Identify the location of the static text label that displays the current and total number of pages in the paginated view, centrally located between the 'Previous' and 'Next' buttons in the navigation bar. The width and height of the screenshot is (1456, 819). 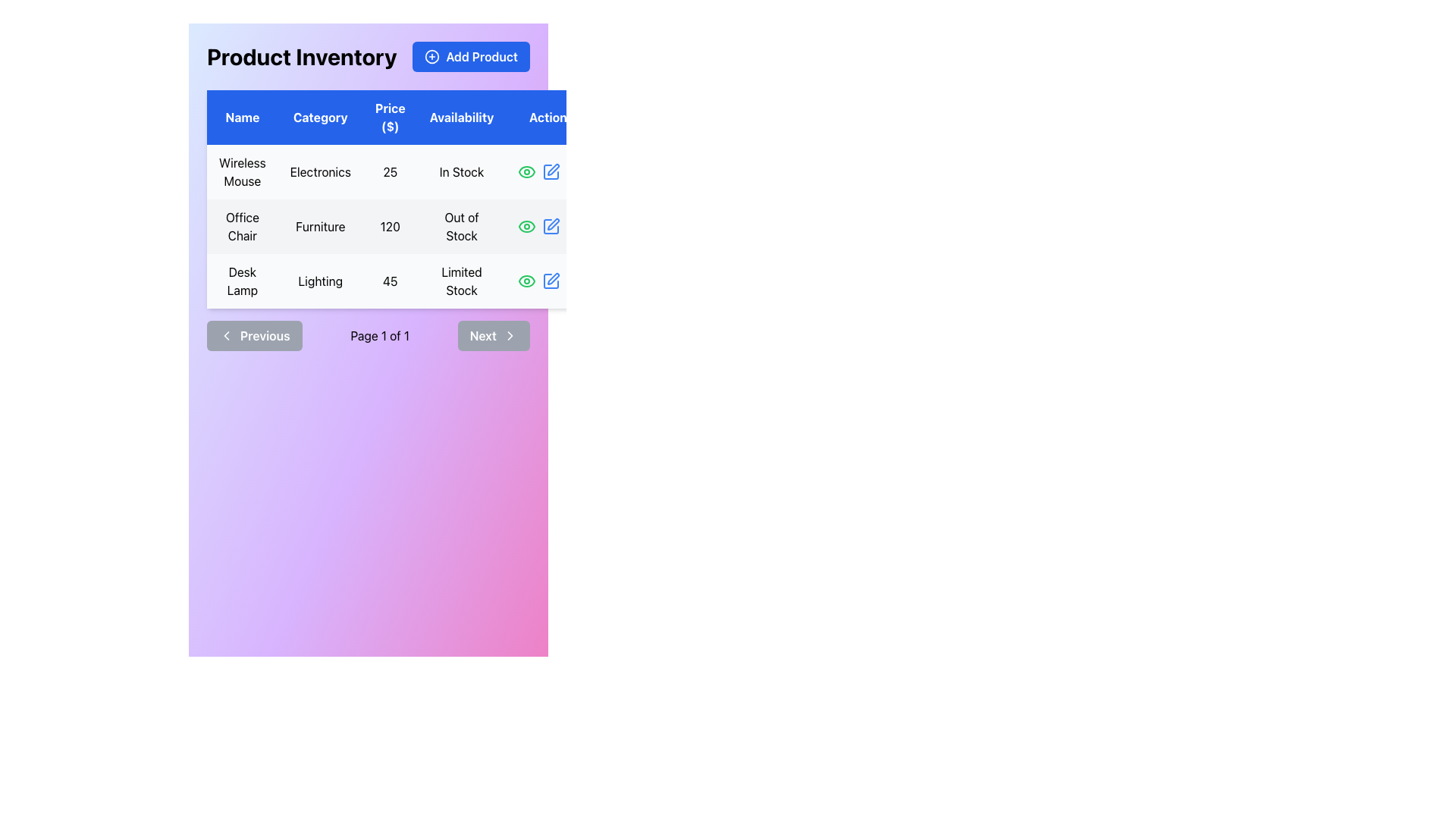
(380, 335).